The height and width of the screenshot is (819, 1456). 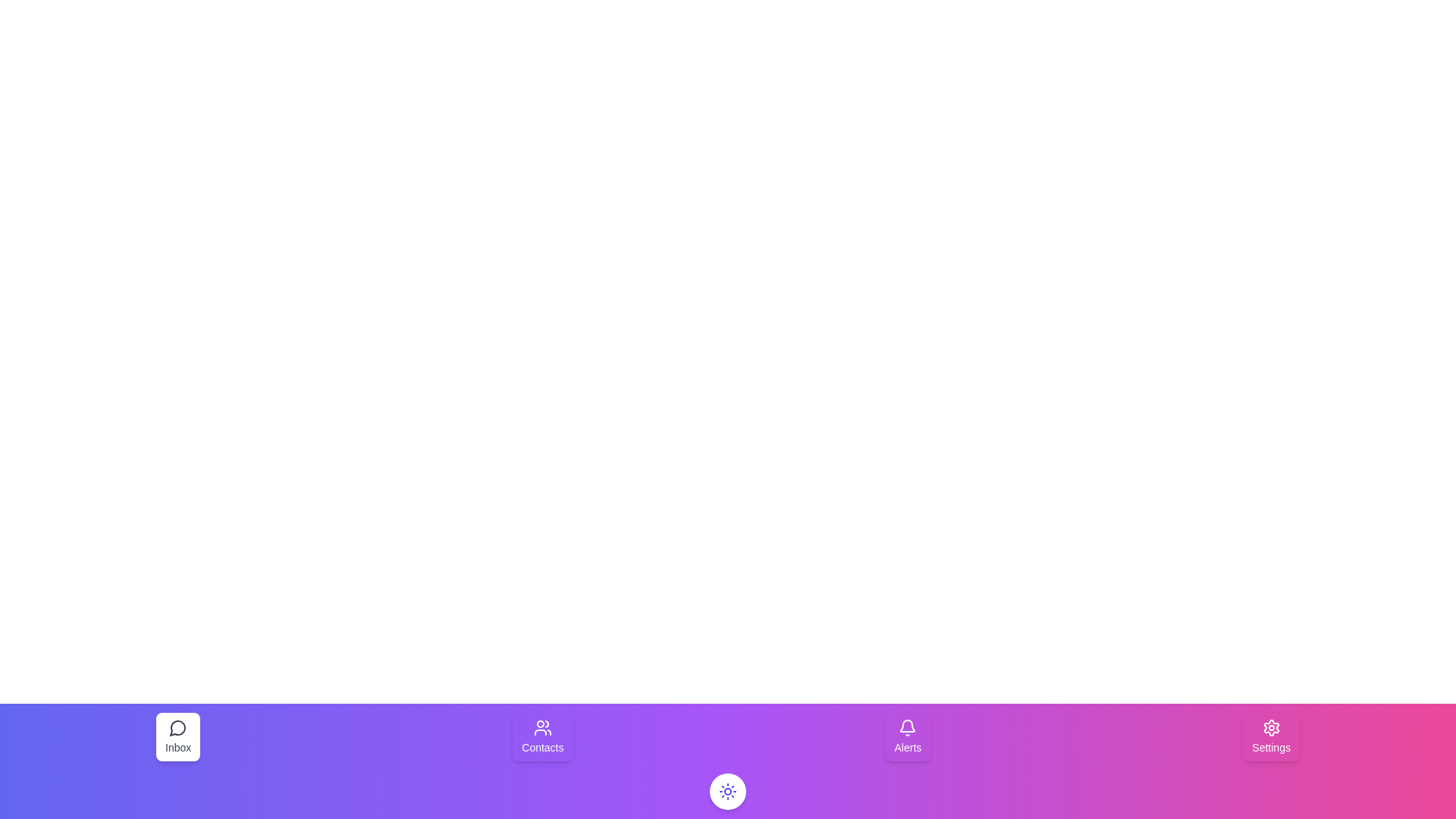 What do you see at coordinates (178, 736) in the screenshot?
I see `the button labeled Inbox to observe its visual feedback` at bounding box center [178, 736].